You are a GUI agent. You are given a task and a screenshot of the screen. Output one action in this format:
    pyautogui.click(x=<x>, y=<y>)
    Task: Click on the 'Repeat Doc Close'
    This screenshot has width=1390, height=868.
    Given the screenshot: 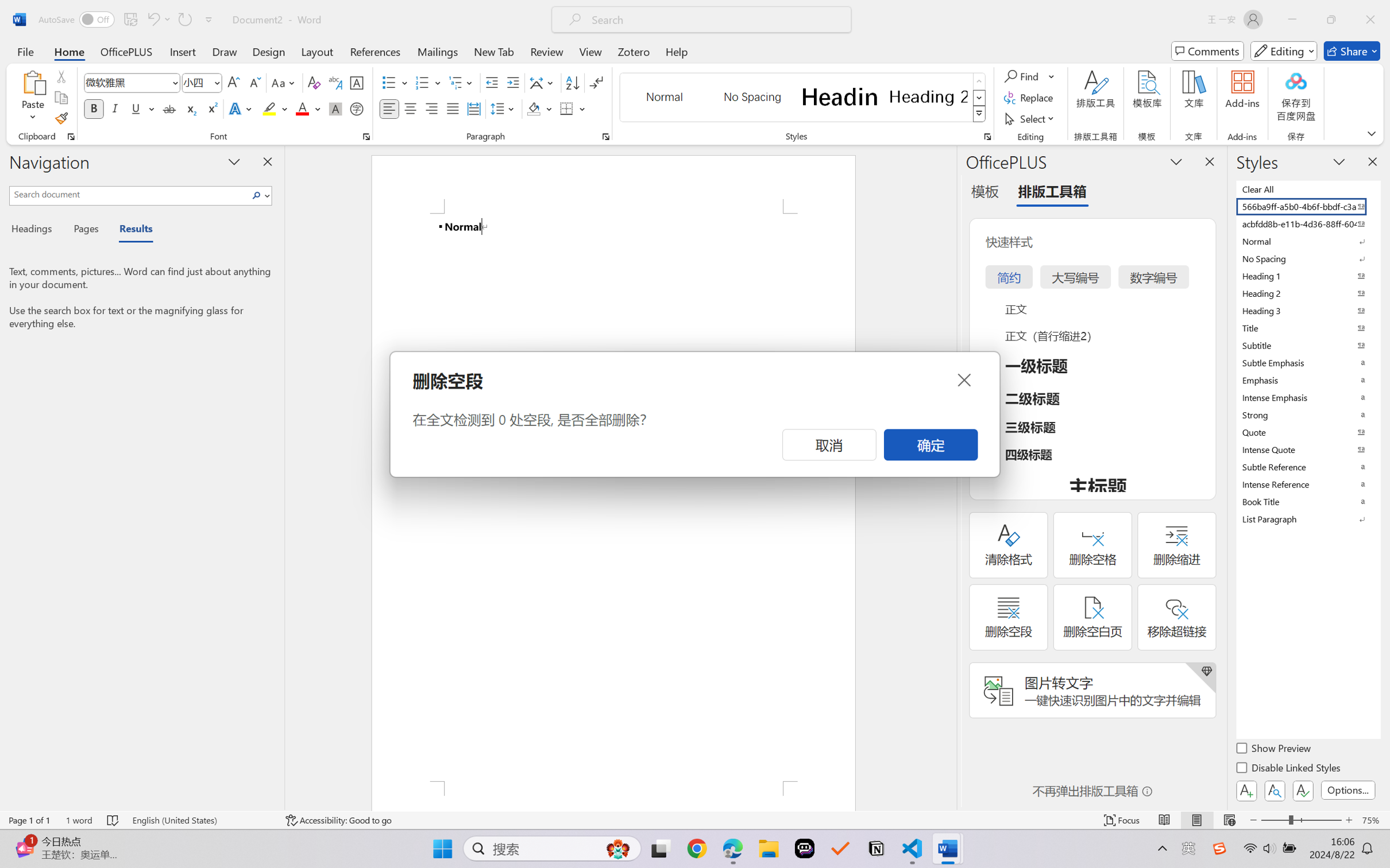 What is the action you would take?
    pyautogui.click(x=184, y=19)
    